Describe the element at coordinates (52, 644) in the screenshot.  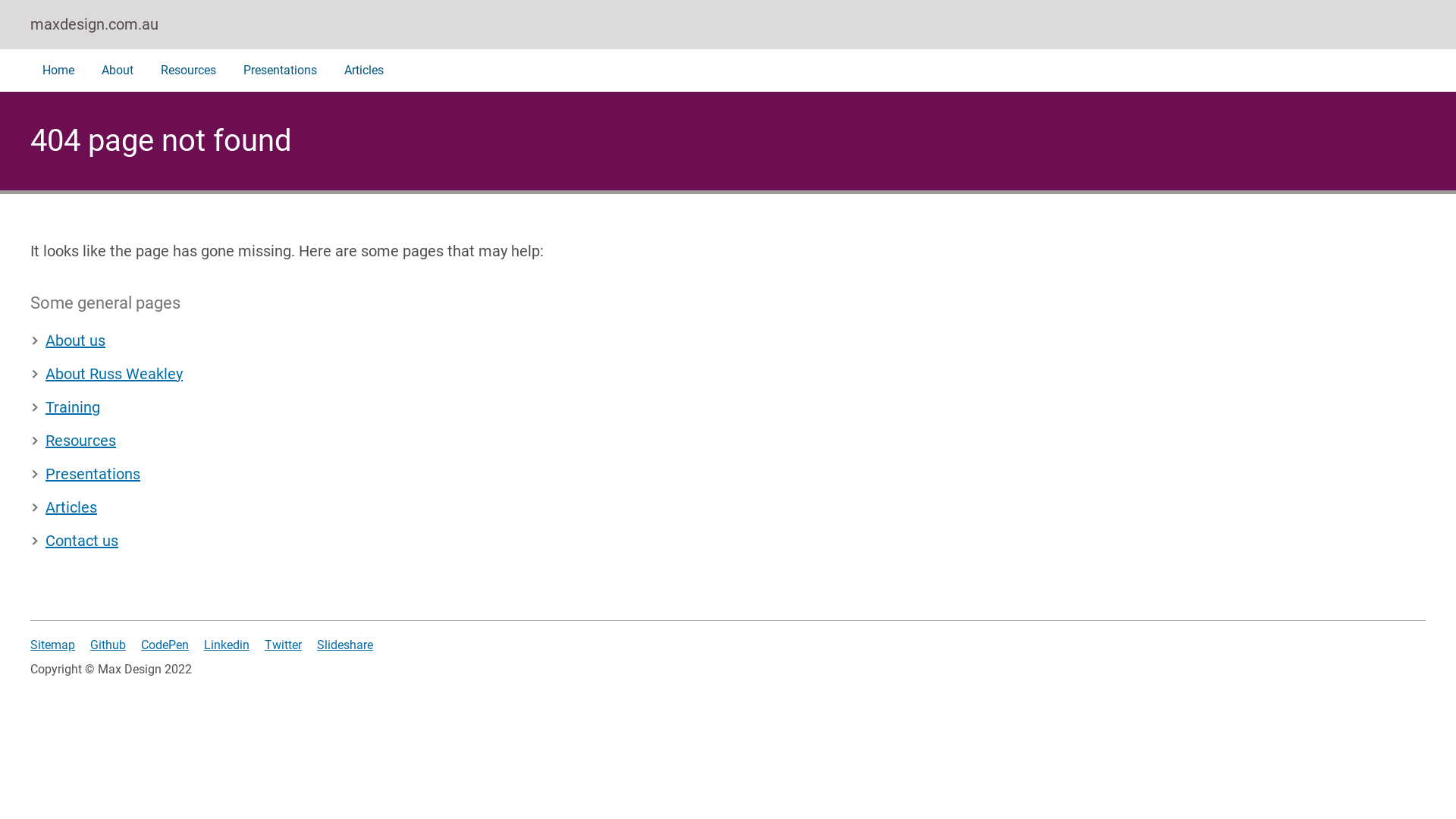
I see `'Sitemap'` at that location.